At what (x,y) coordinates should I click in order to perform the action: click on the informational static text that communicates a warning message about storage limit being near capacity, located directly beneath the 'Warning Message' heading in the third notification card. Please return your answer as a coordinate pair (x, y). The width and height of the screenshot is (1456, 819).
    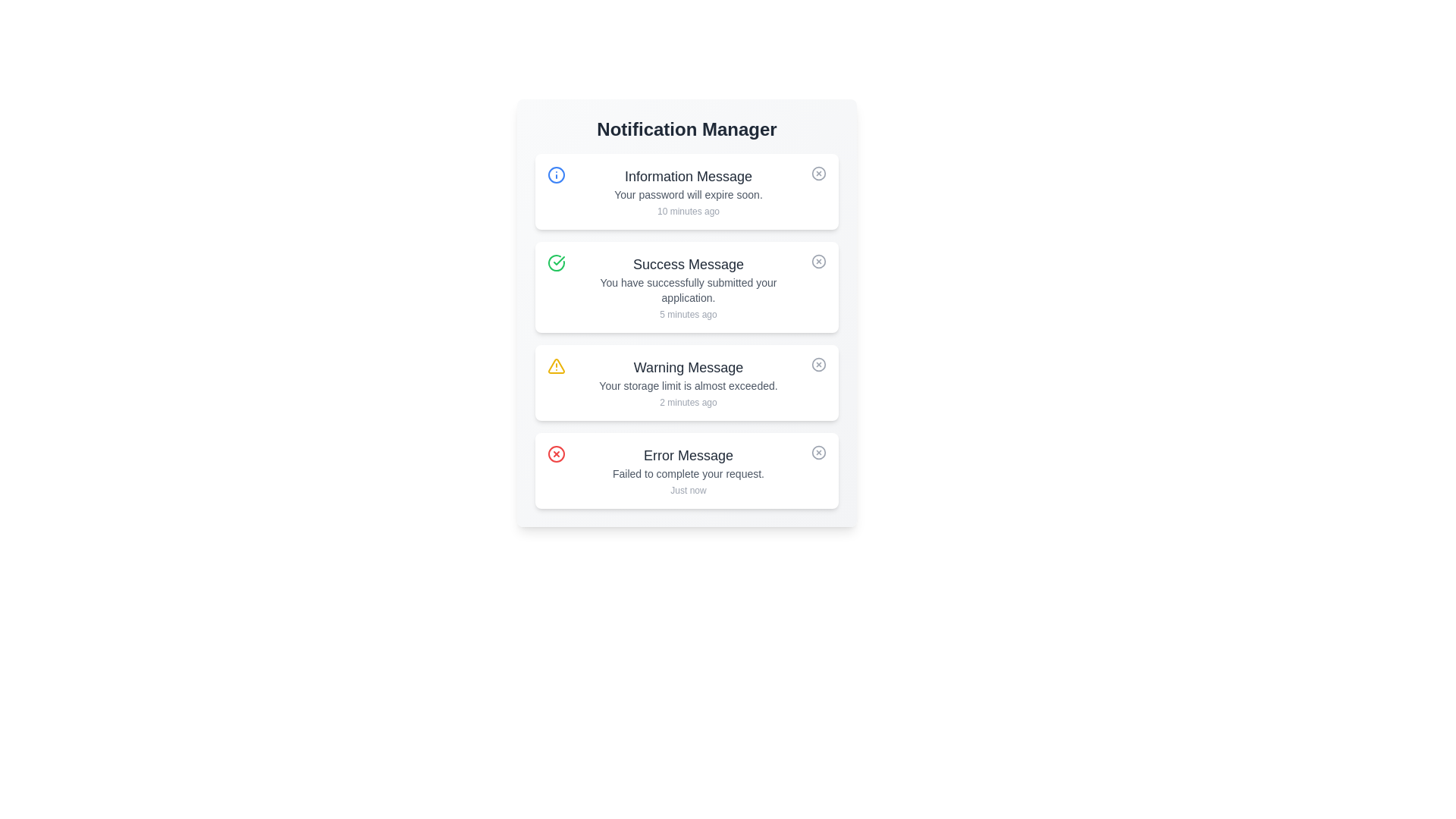
    Looking at the image, I should click on (687, 385).